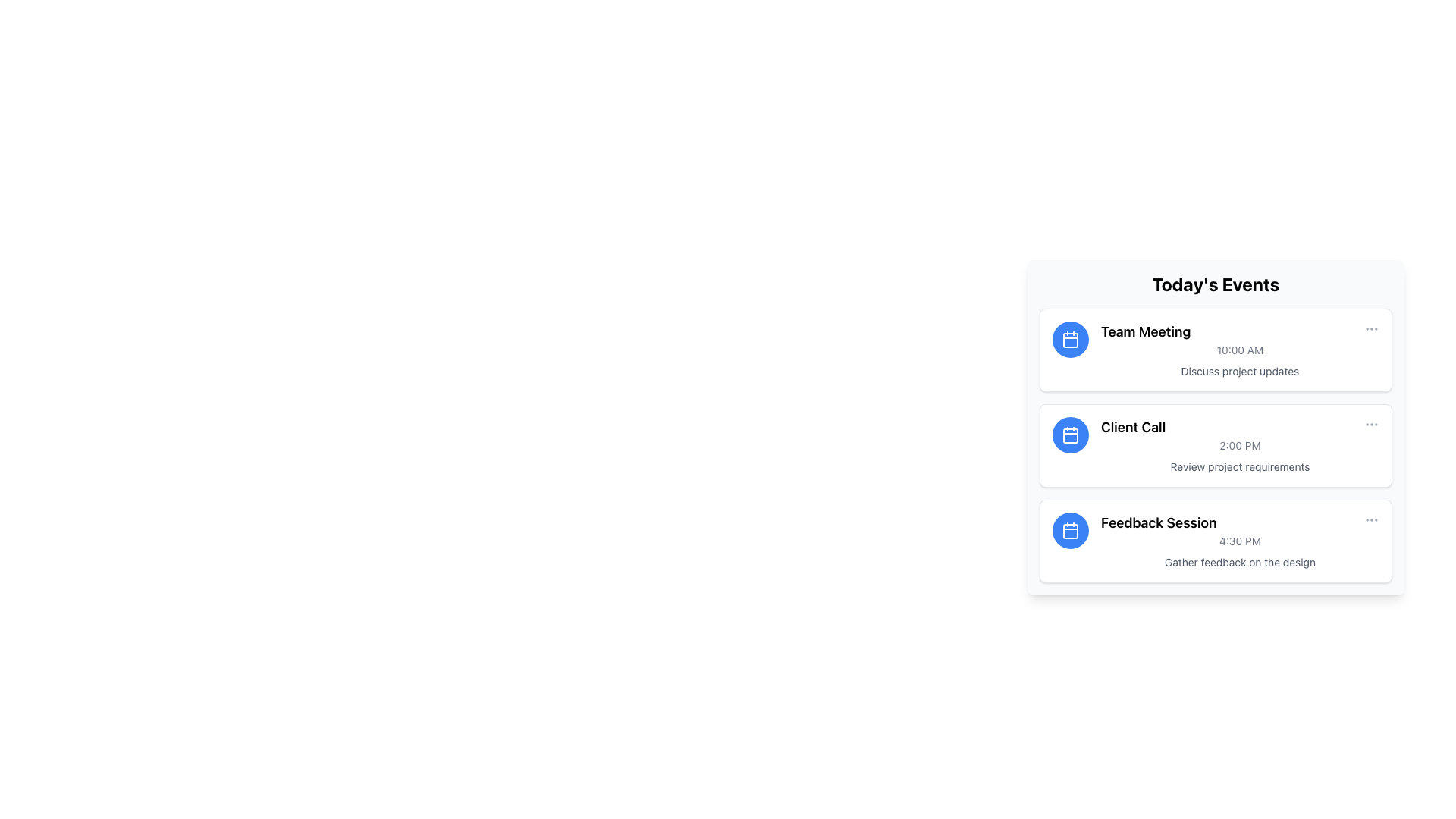 This screenshot has height=819, width=1456. I want to click on the first Event Card in the 'Today's Events' list, so click(1240, 350).